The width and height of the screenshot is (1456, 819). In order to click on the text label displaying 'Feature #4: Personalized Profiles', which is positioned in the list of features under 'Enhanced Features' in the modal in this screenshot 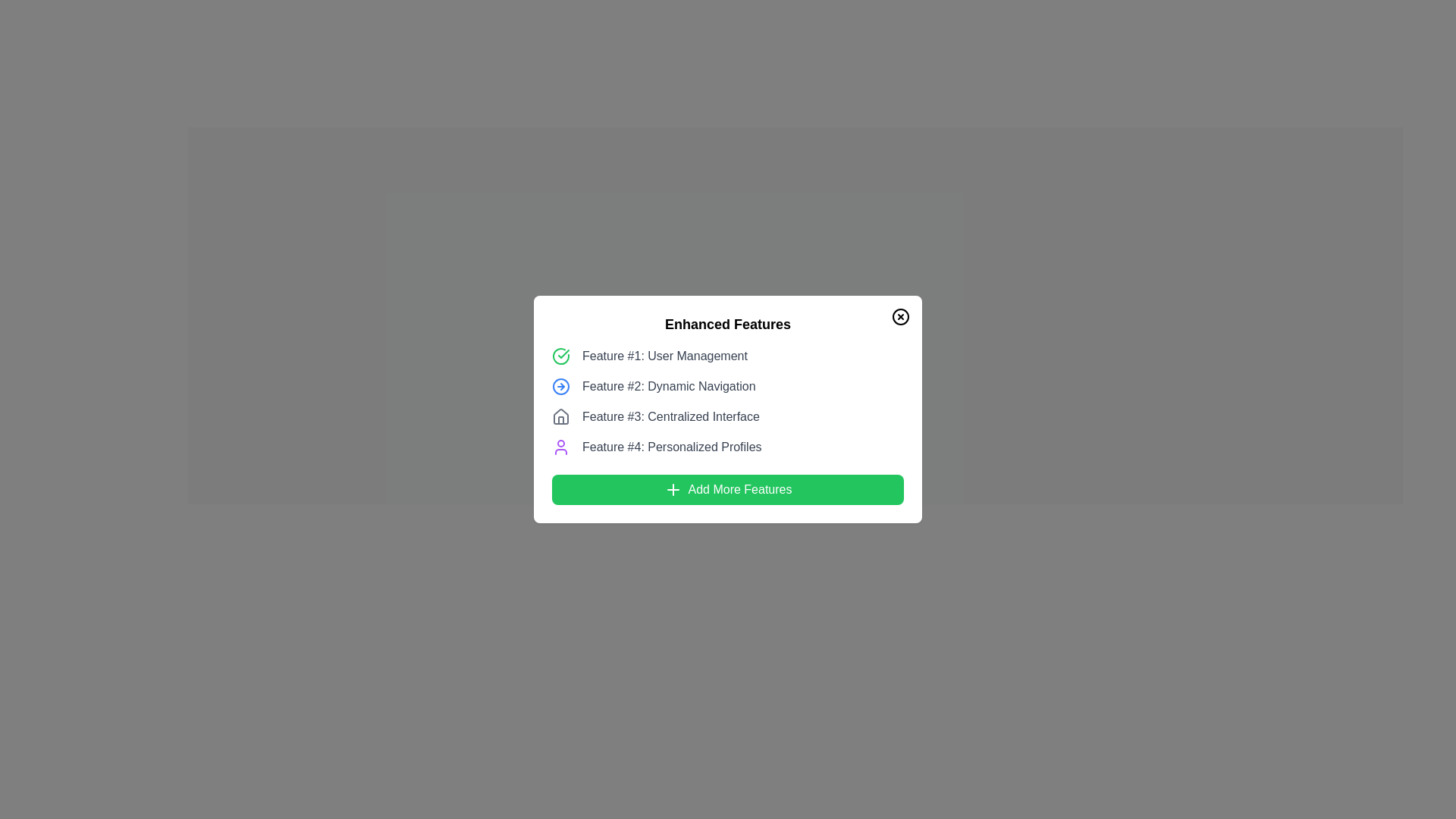, I will do `click(671, 447)`.